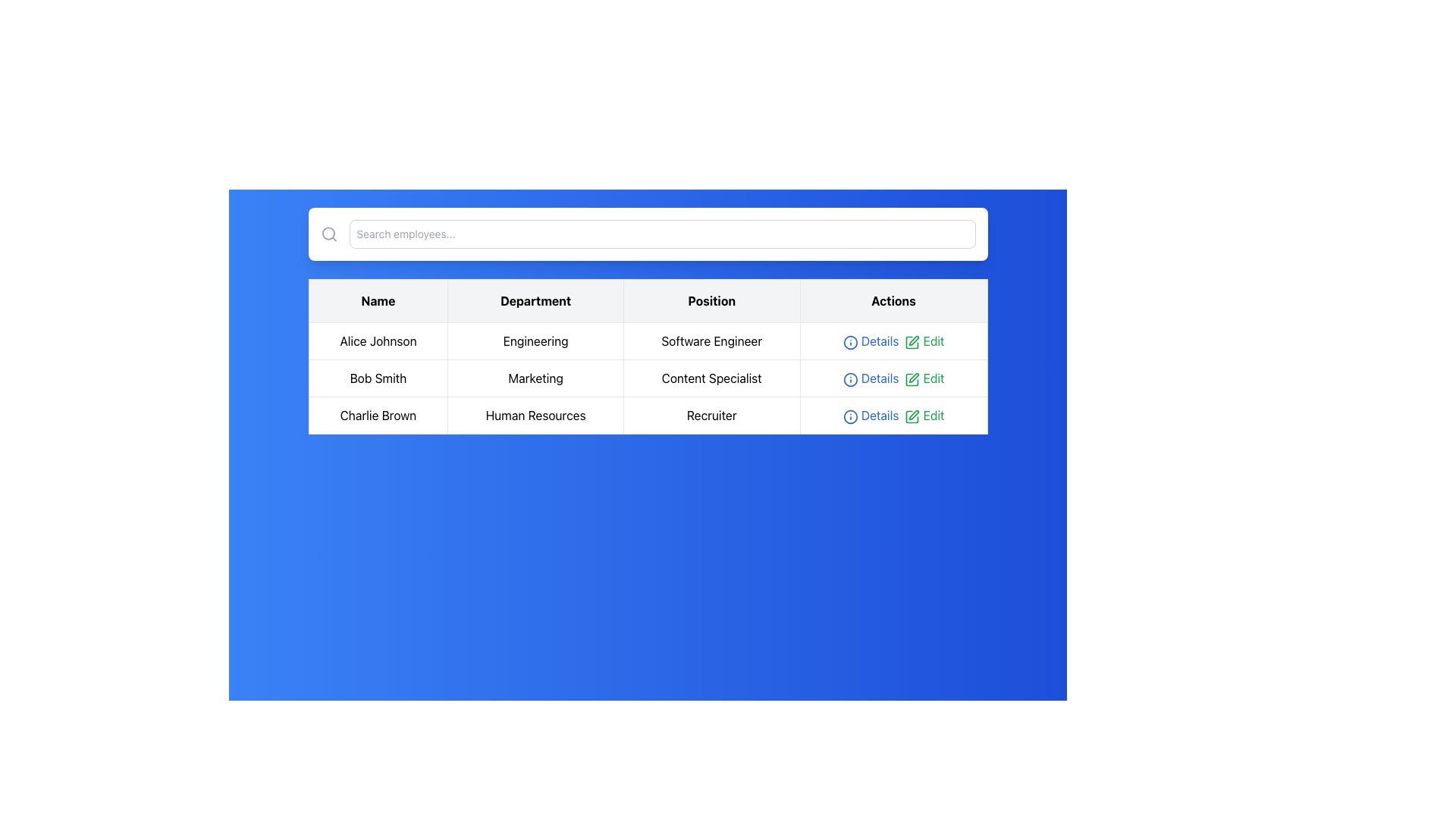 The height and width of the screenshot is (819, 1456). Describe the element at coordinates (850, 378) in the screenshot. I see `the information icon represented by the SVG graphical component (circle) located in the second row of the 'Actions' column for 'Bob Smith' in the details section` at that location.